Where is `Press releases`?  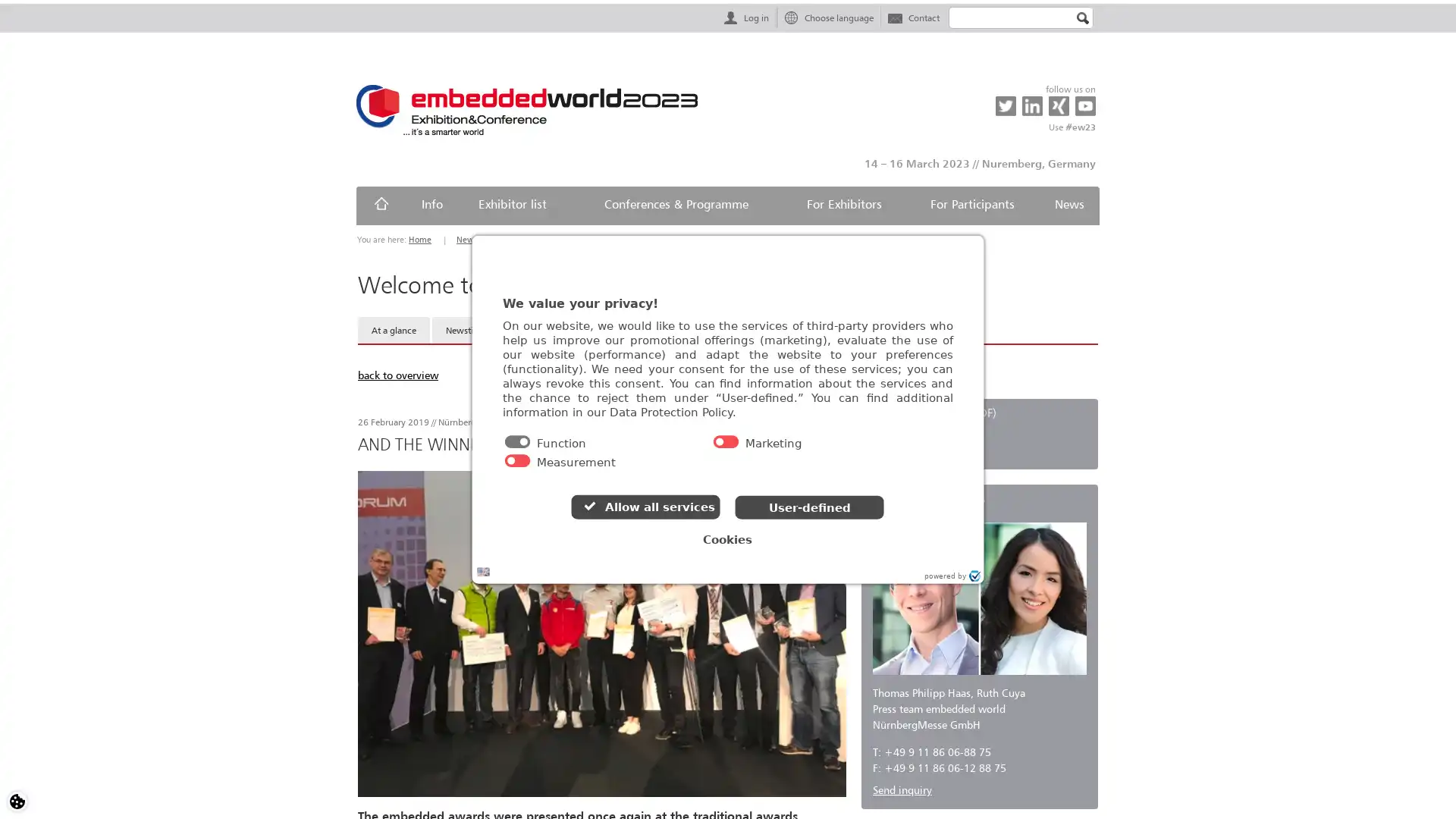 Press releases is located at coordinates (546, 329).